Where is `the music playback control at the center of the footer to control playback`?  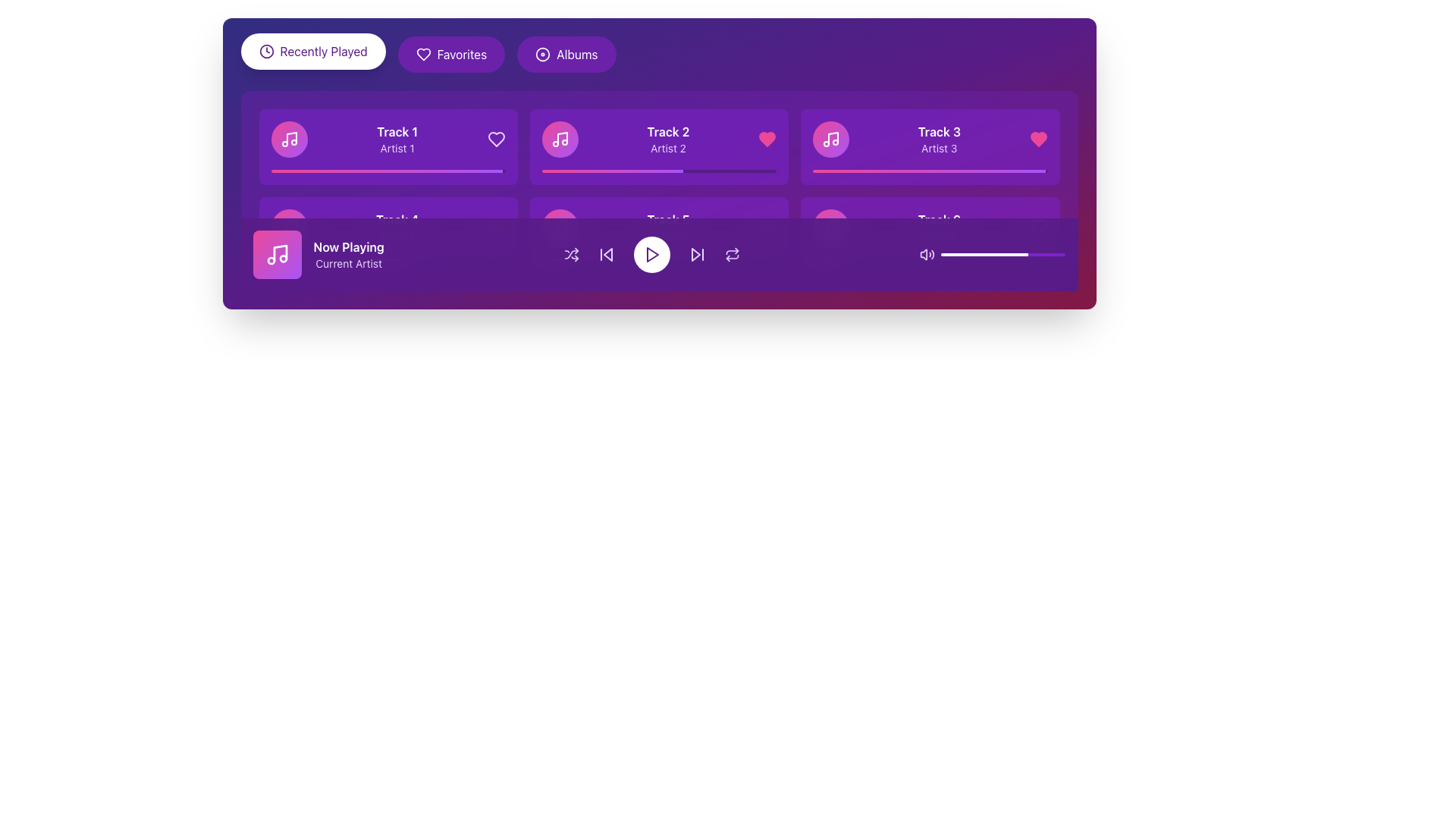 the music playback control at the center of the footer to control playback is located at coordinates (659, 253).